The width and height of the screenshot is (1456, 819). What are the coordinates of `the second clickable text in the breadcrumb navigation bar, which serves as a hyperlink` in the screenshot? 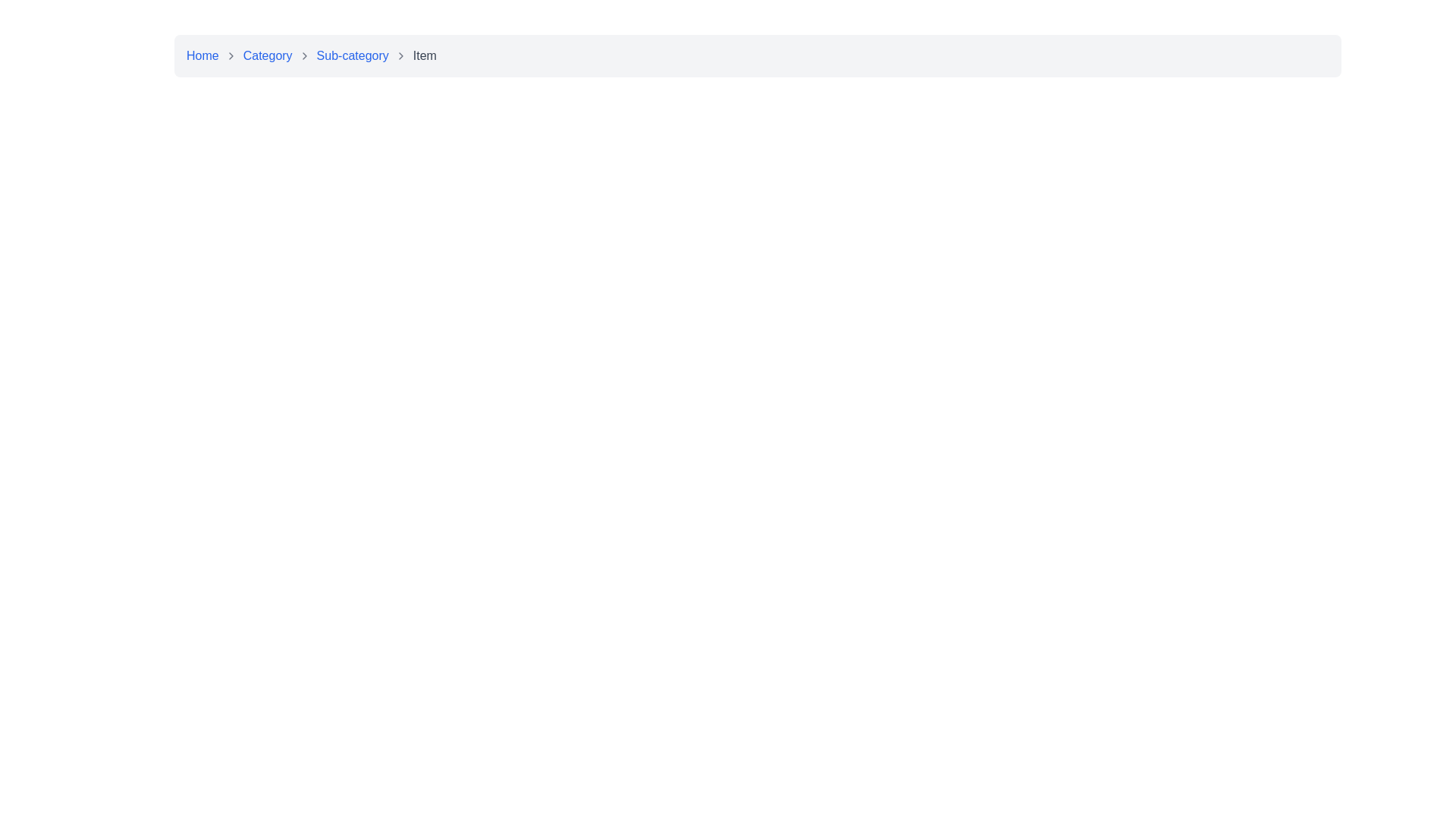 It's located at (268, 55).